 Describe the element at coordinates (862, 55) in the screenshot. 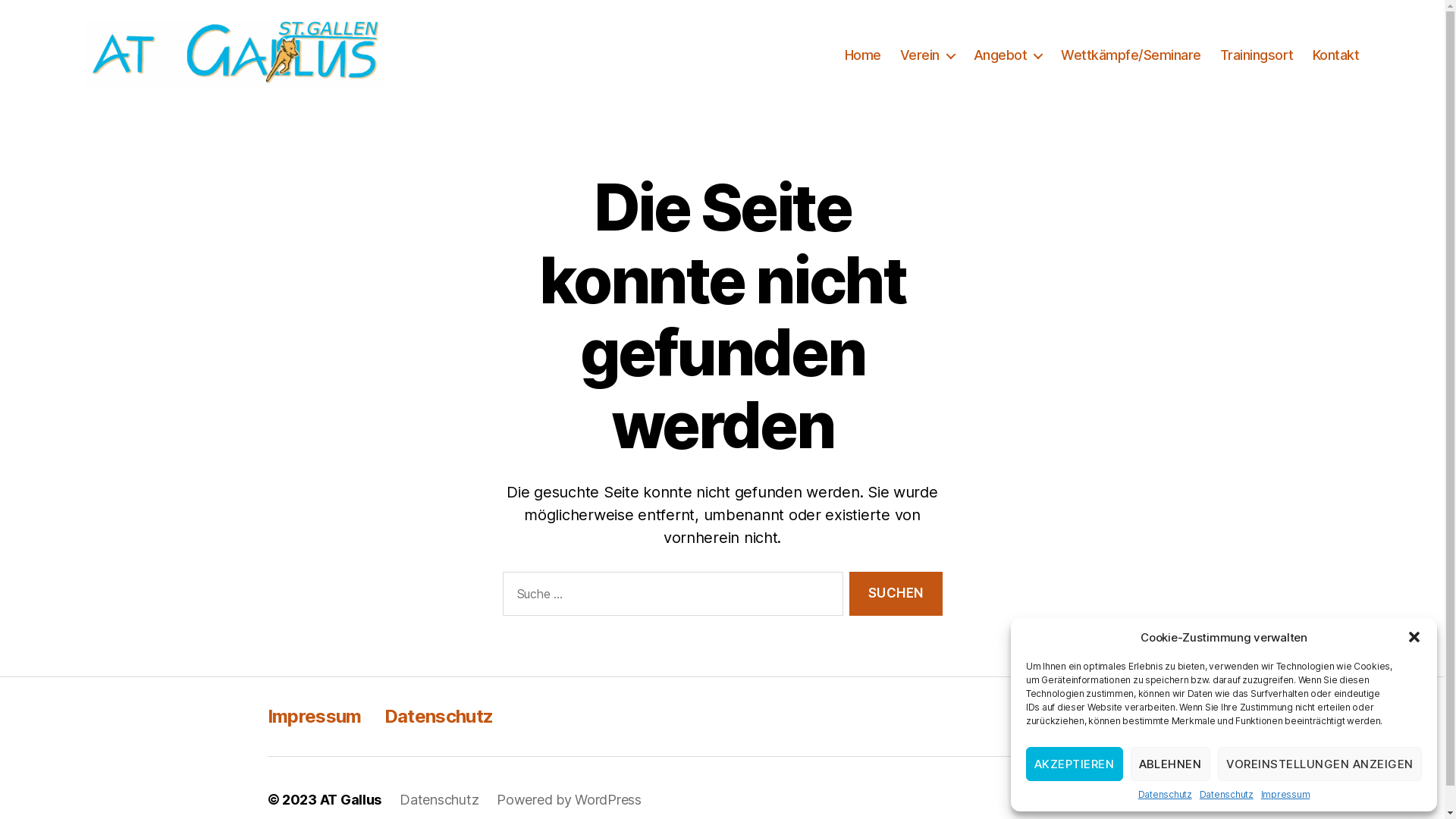

I see `'Home'` at that location.